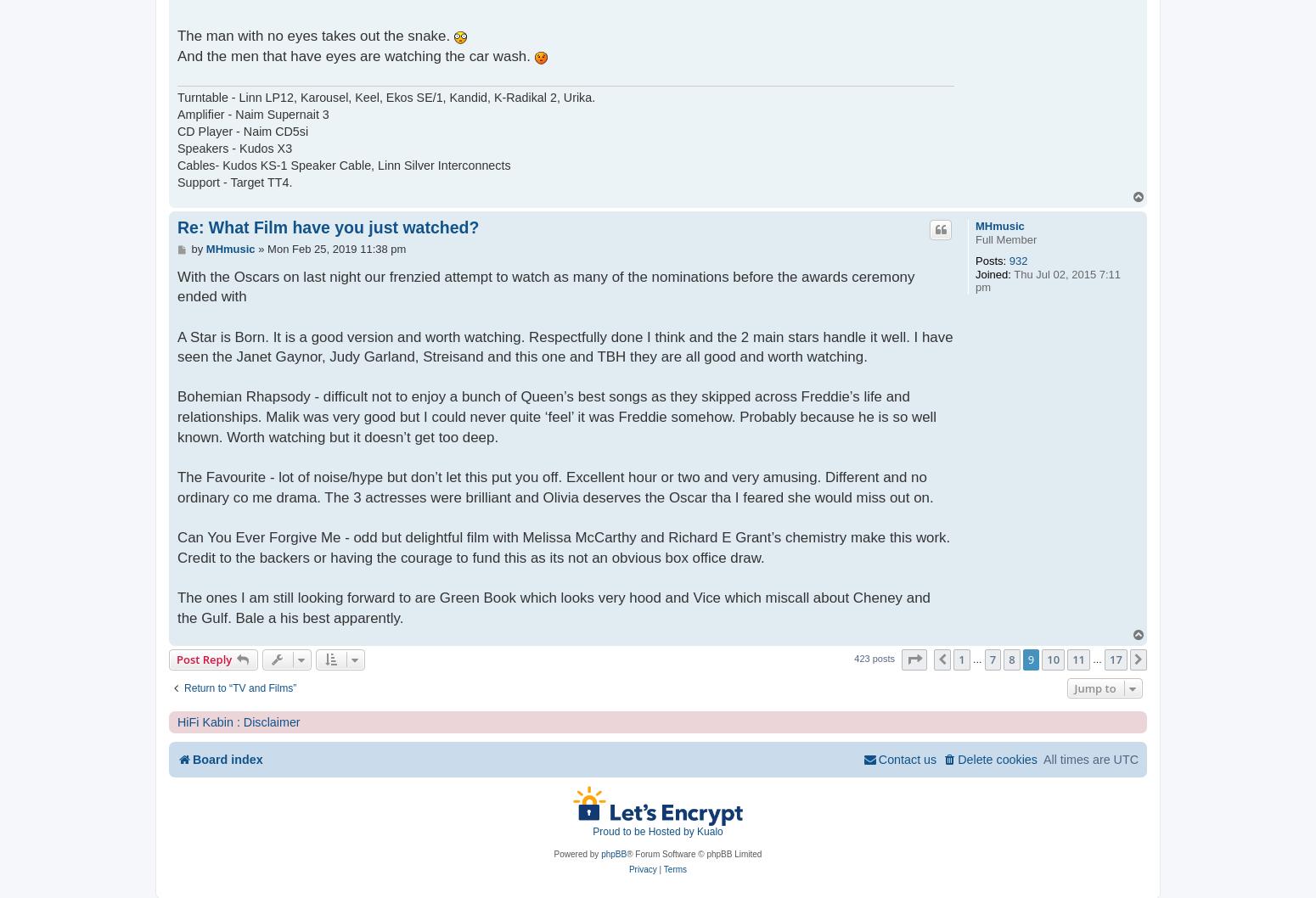 The width and height of the screenshot is (1316, 898). Describe the element at coordinates (907, 759) in the screenshot. I see `'Contact us'` at that location.